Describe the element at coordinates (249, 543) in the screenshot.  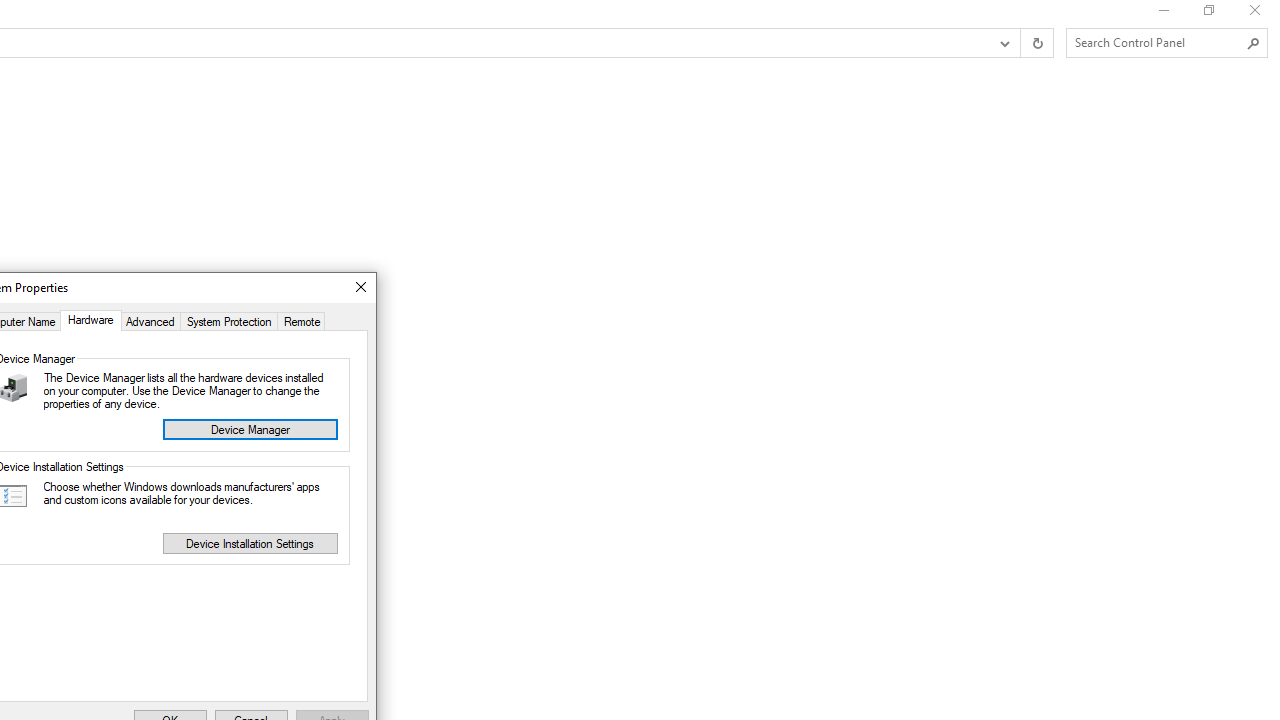
I see `'Device Installation Settings'` at that location.